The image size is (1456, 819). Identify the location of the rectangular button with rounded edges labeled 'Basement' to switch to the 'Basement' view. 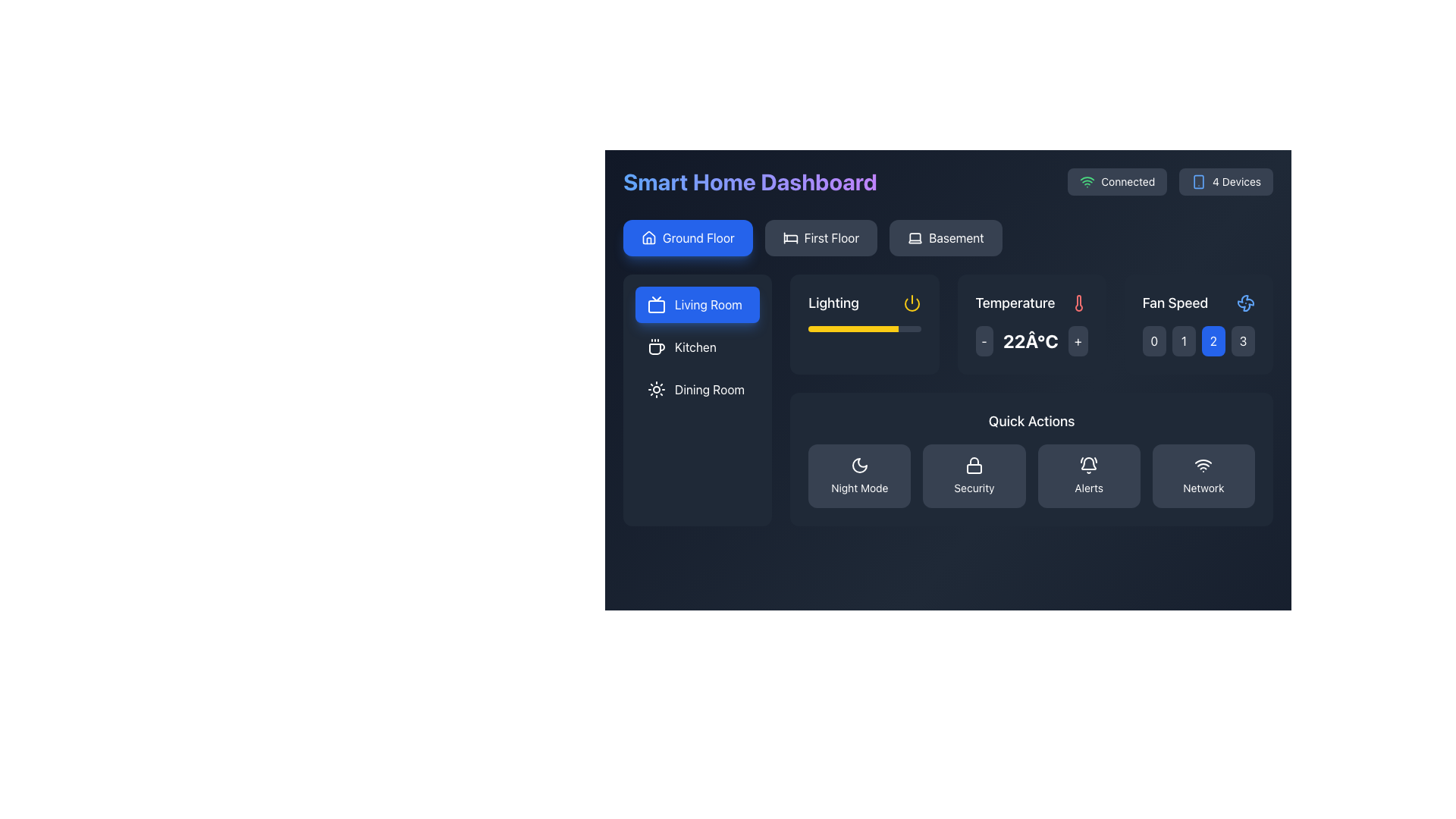
(947, 237).